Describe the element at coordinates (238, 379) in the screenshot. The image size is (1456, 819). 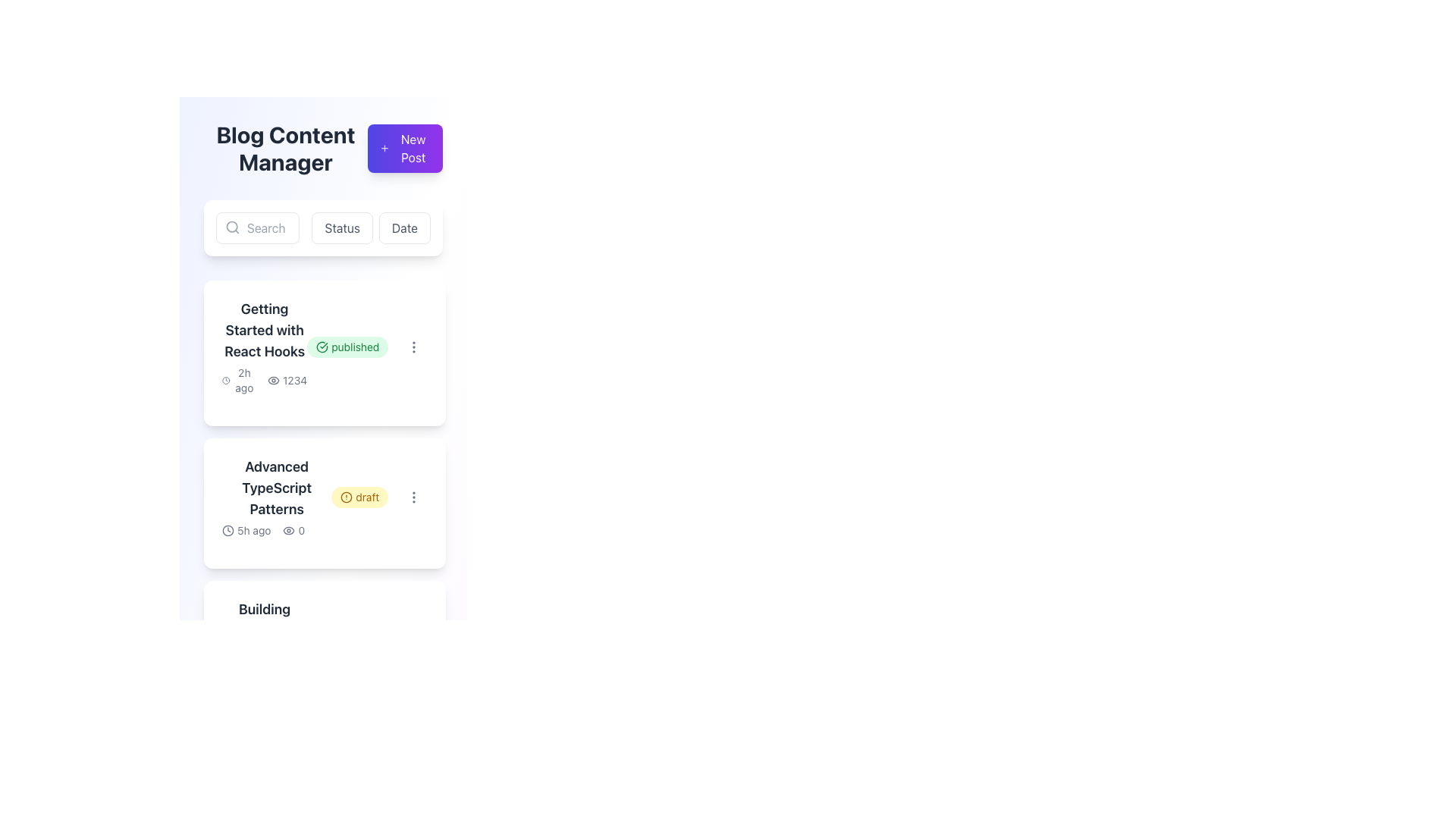
I see `the non-interactive text and icon combination displaying the relative time since the article 'Getting Started with React Hooks' was last updated` at that location.